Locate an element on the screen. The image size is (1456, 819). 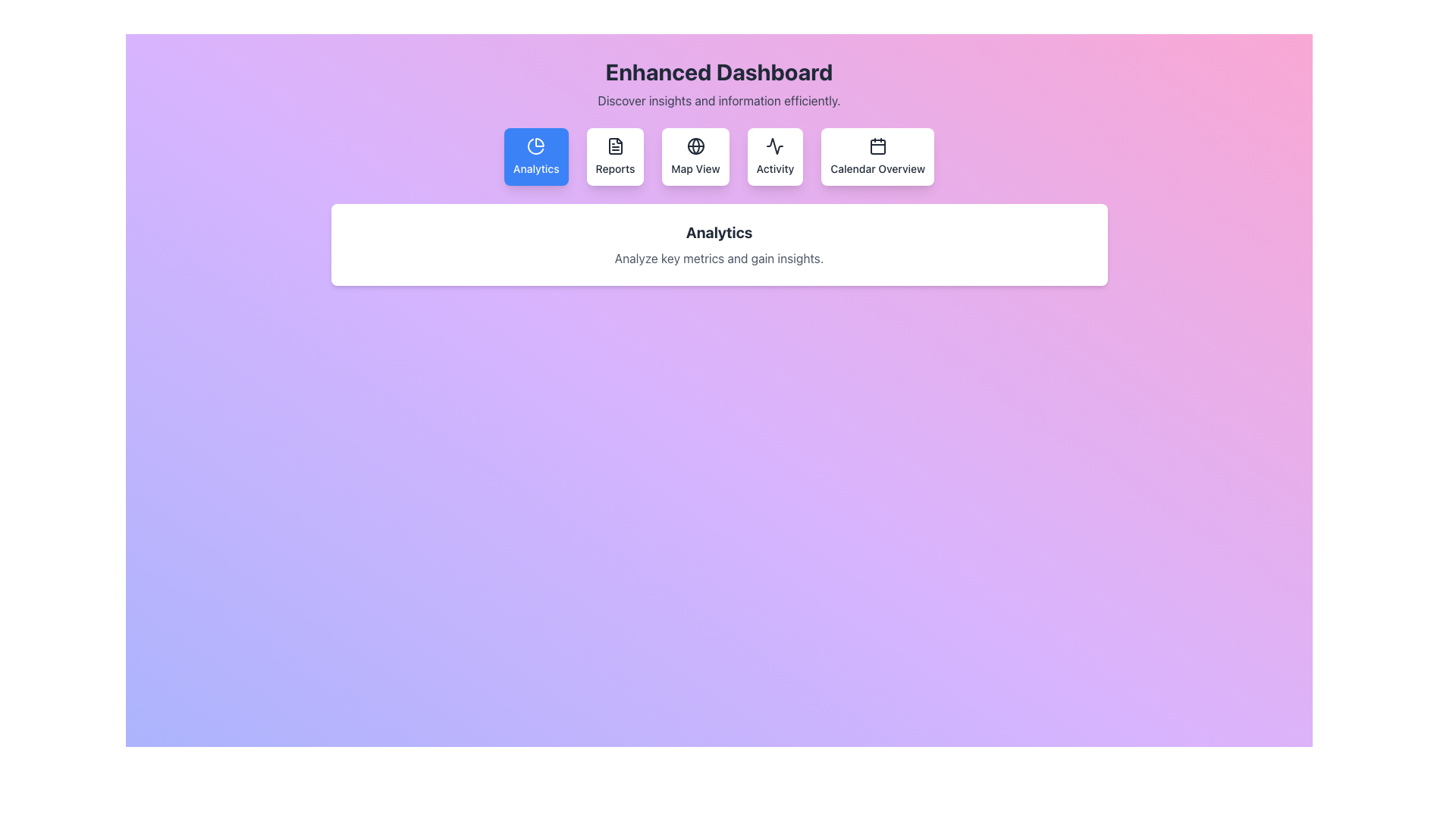
the top-right segment of the pie chart icon in the 'Analytics' card under the 'Enhanced Dashboard' header is located at coordinates (540, 143).